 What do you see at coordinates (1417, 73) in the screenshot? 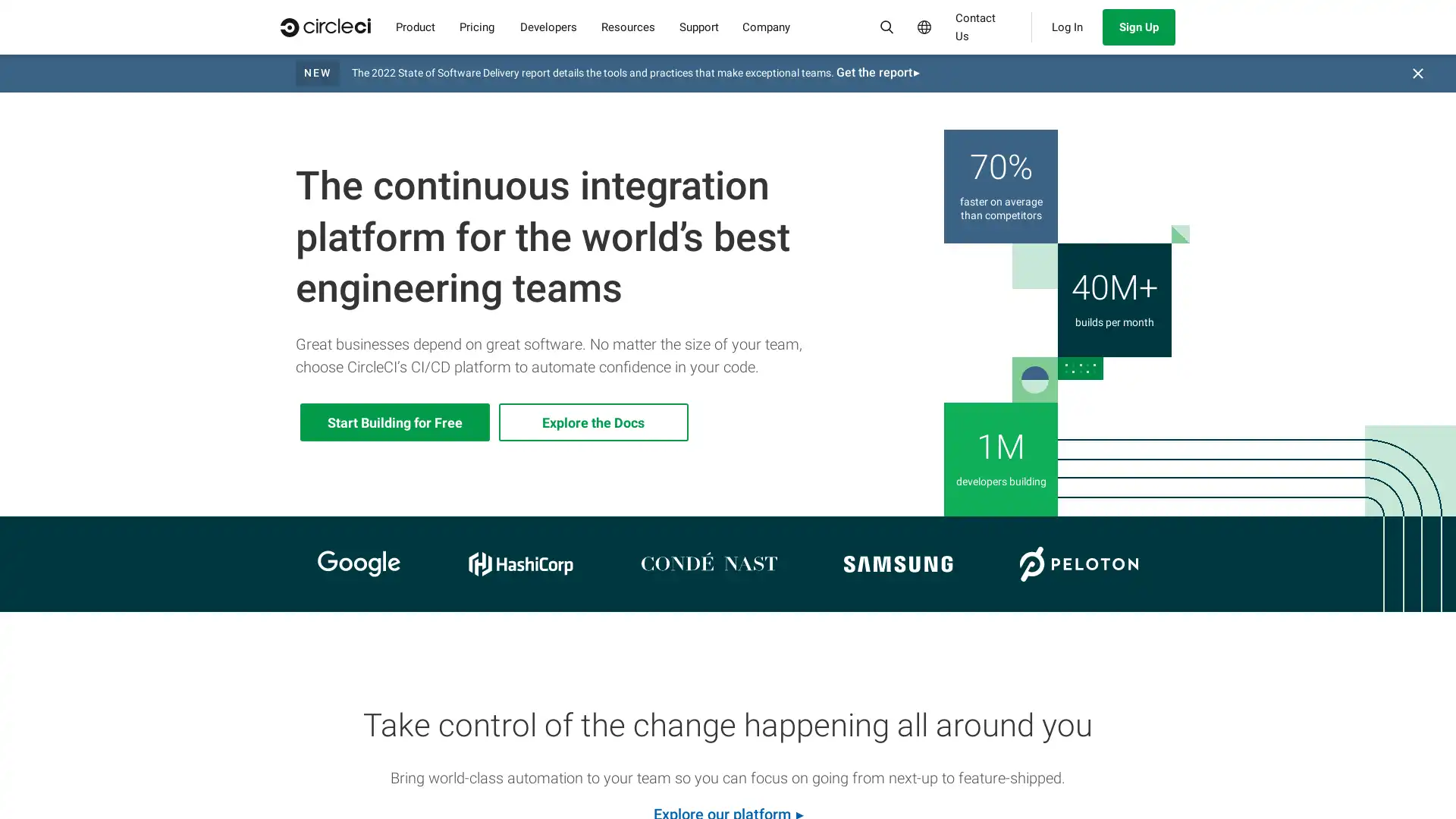
I see `Close banner` at bounding box center [1417, 73].